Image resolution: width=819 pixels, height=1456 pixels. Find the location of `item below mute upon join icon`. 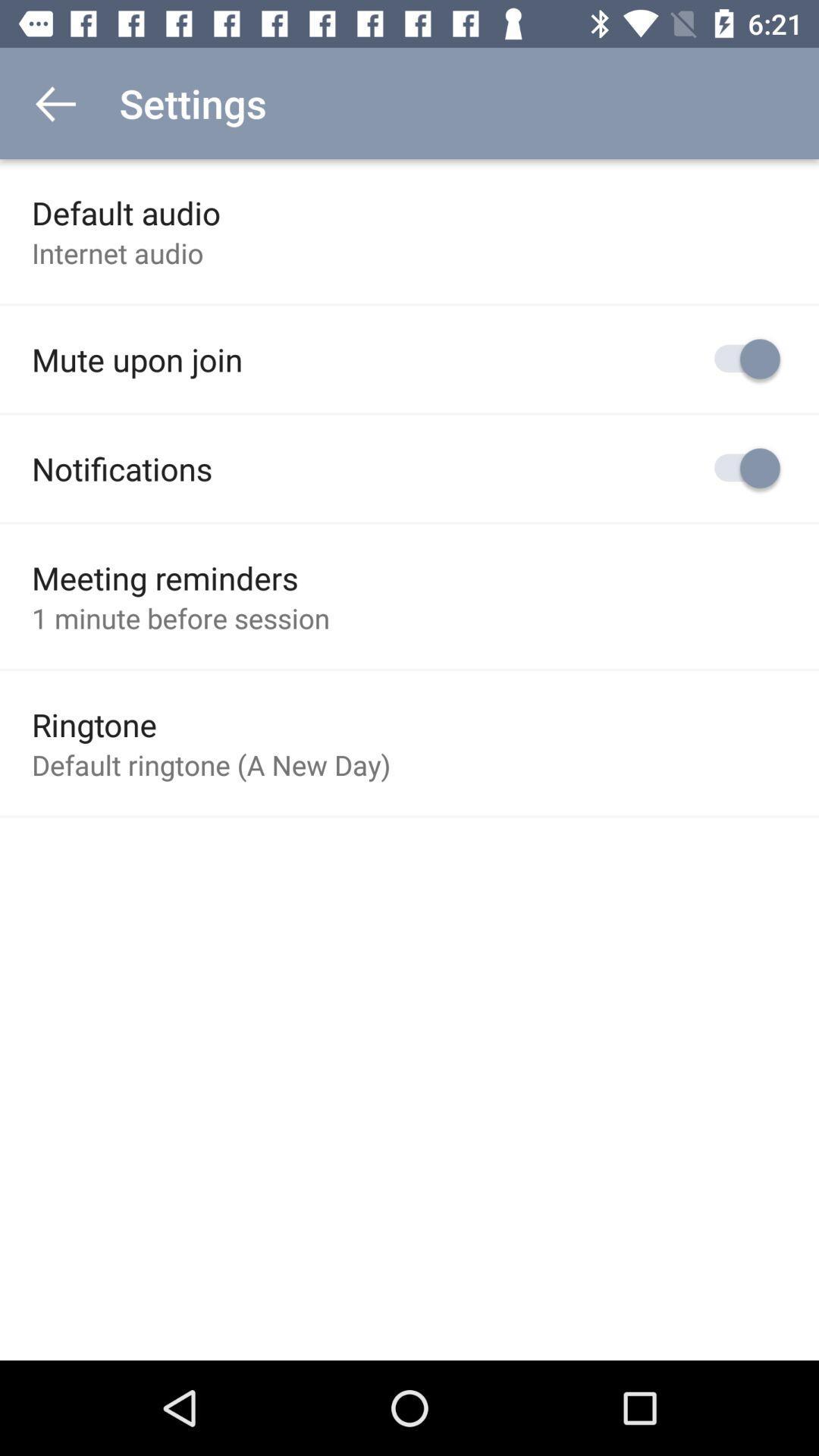

item below mute upon join icon is located at coordinates (121, 468).